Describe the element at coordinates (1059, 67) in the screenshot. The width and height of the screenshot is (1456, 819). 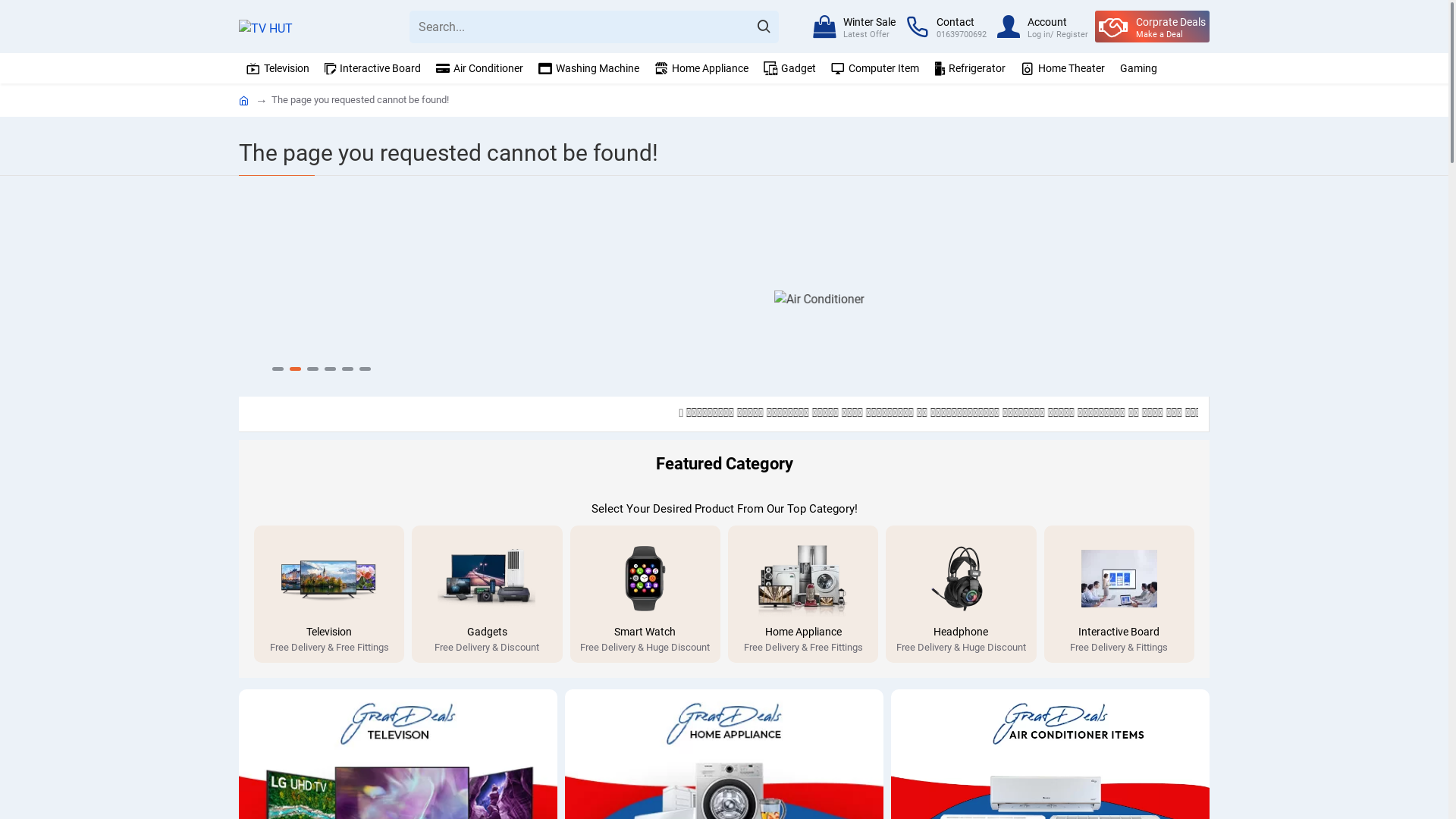
I see `'Home Theater'` at that location.